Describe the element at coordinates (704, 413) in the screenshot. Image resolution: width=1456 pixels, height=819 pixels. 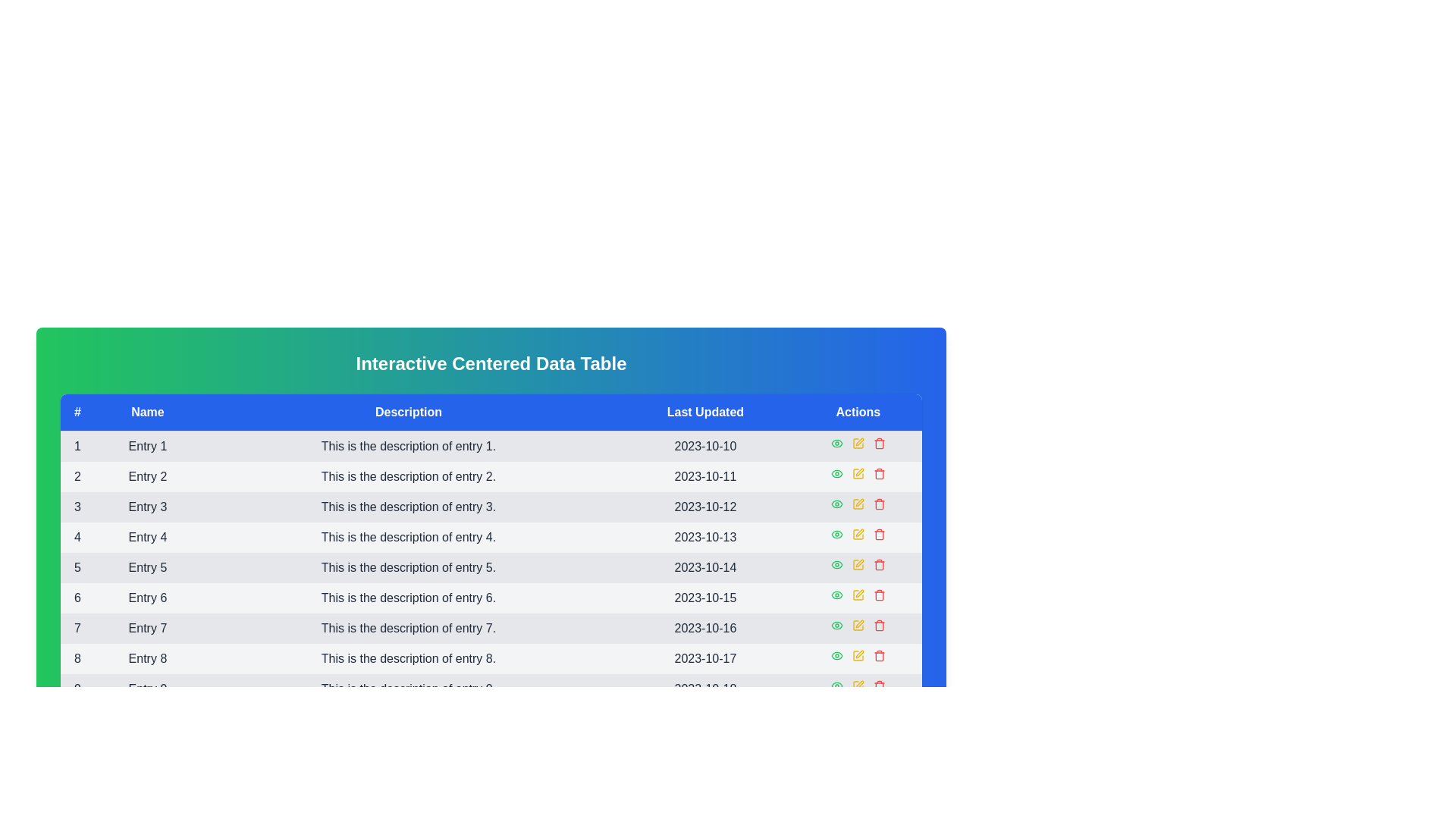
I see `the column header to sort the data by Last Updated` at that location.